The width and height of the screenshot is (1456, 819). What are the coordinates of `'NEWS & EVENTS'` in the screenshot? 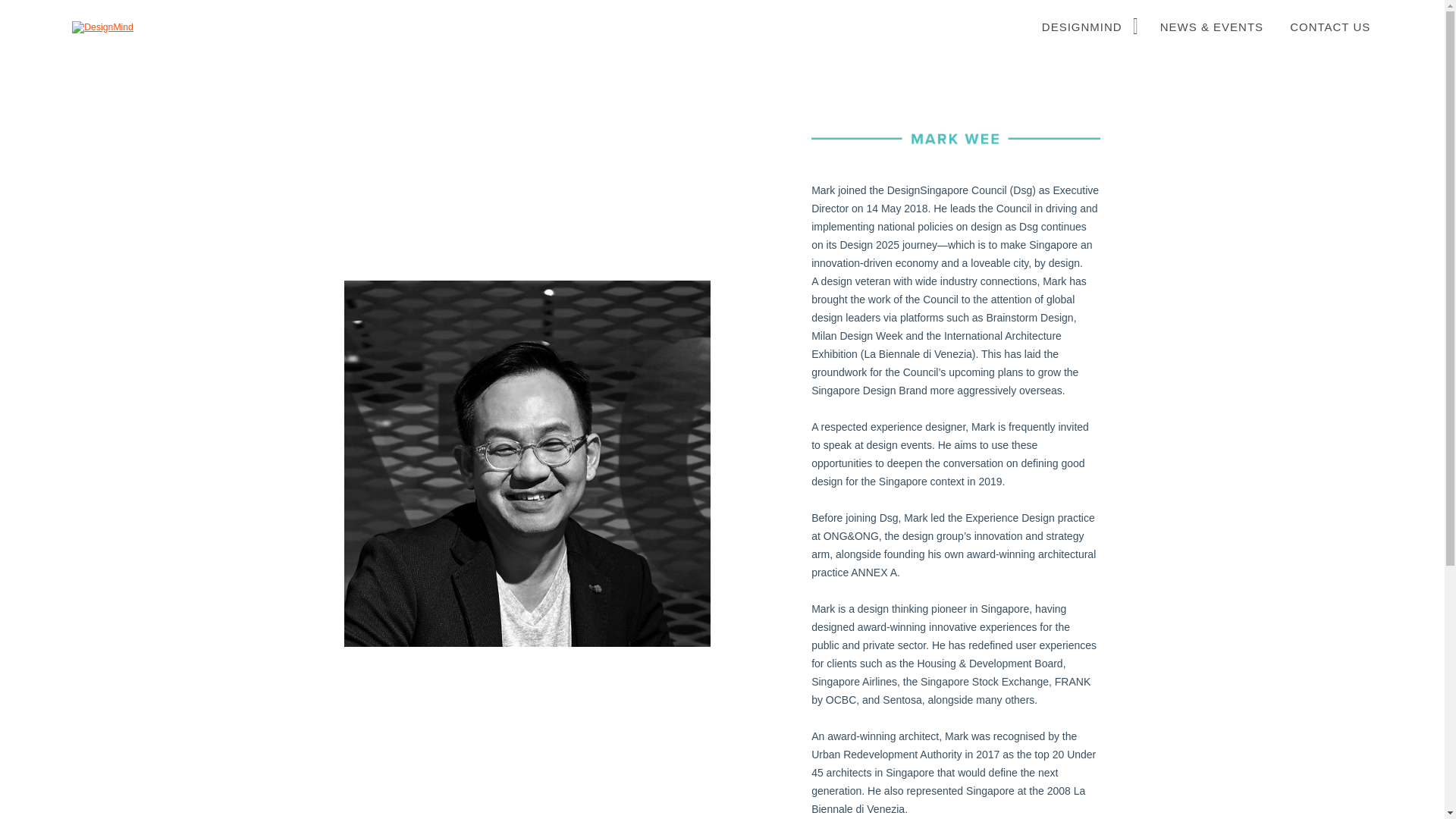 It's located at (1210, 27).